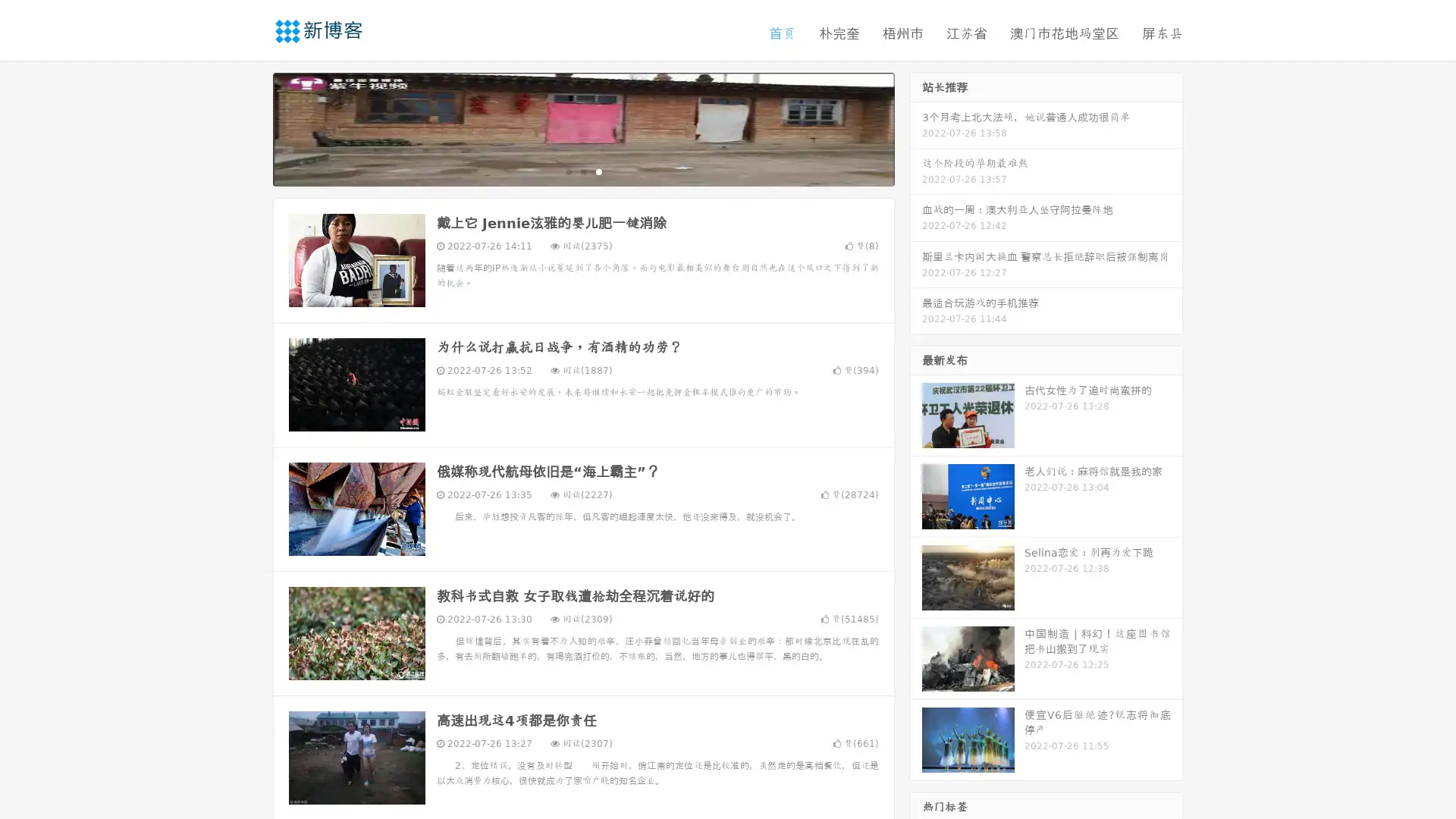 The width and height of the screenshot is (1456, 819). I want to click on Go to slide 1, so click(567, 171).